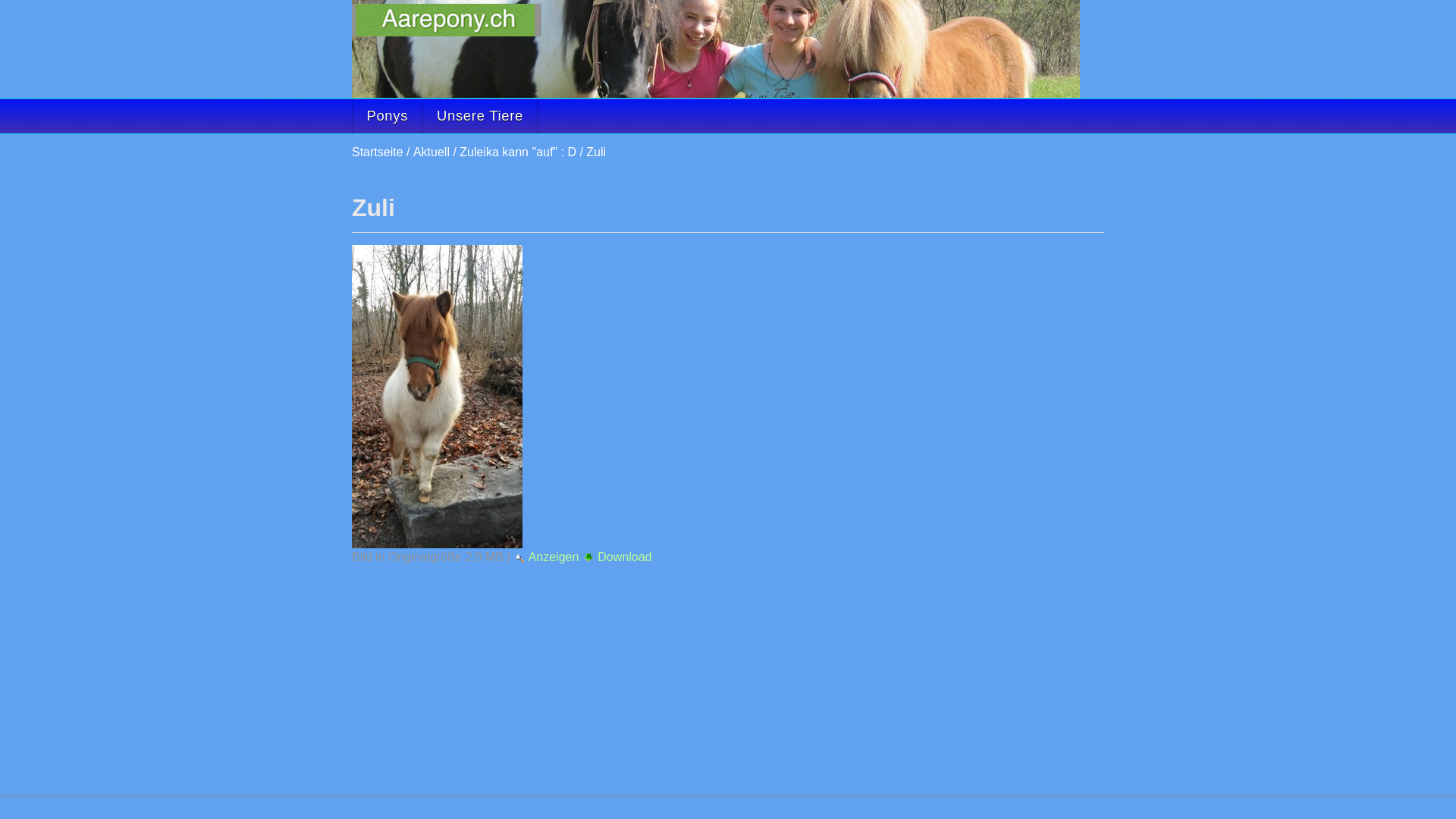 This screenshot has width=1456, height=819. What do you see at coordinates (588, 557) in the screenshot?
I see `'Bild herunterladen'` at bounding box center [588, 557].